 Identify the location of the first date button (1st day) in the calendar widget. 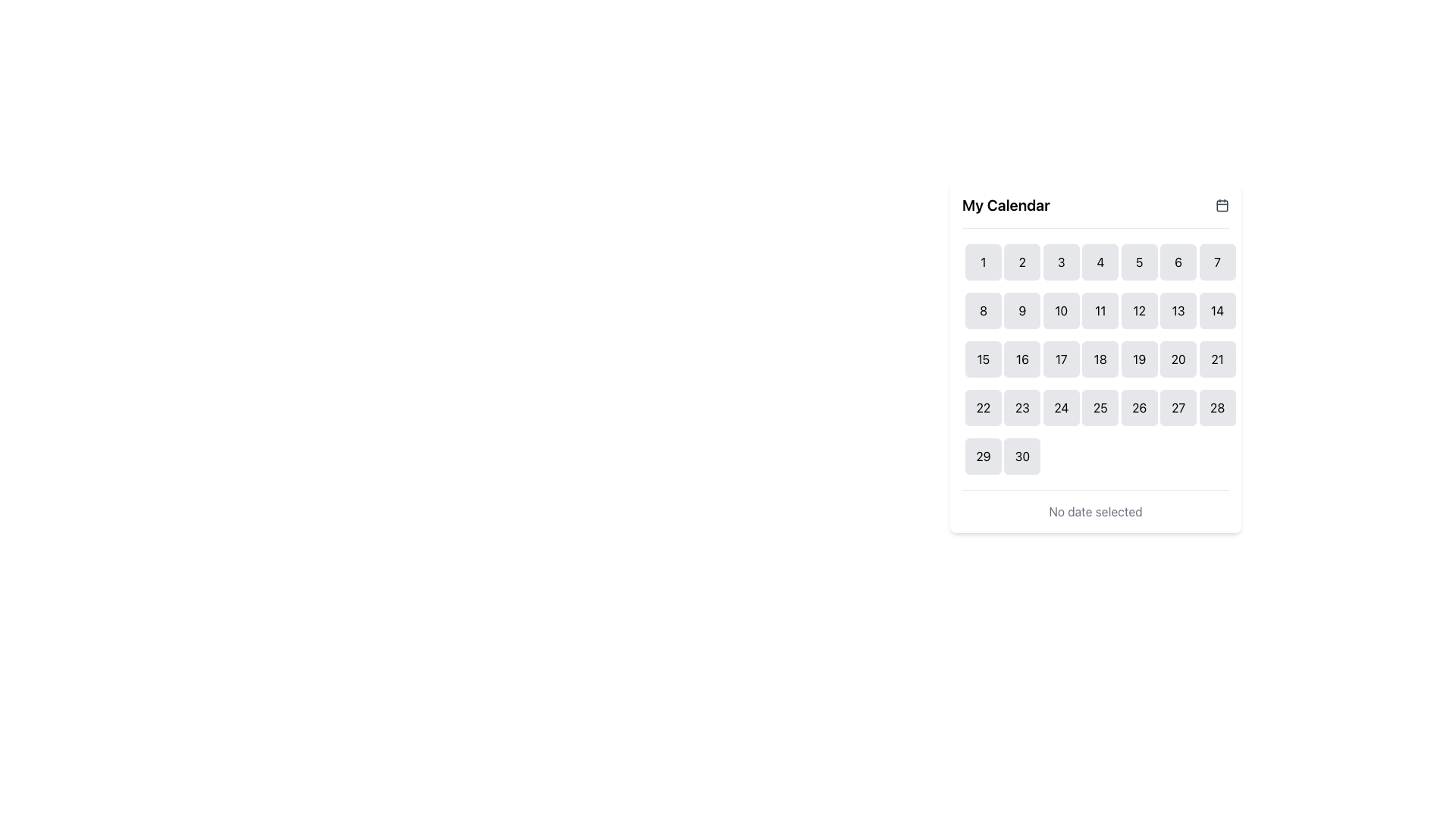
(983, 262).